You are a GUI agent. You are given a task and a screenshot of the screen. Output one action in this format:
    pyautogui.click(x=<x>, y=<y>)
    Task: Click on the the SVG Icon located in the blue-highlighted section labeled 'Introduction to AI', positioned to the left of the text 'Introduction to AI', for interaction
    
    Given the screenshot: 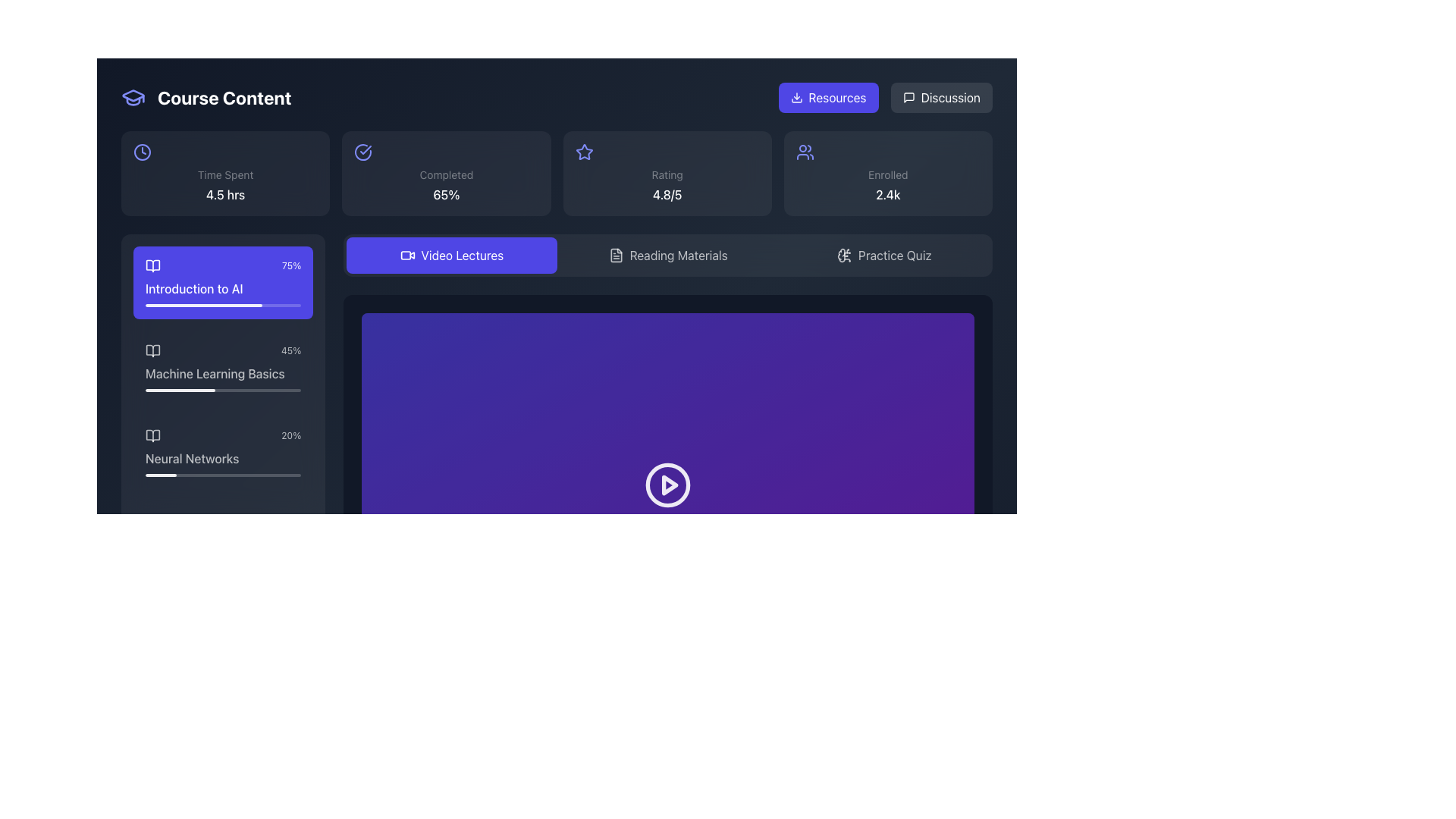 What is the action you would take?
    pyautogui.click(x=152, y=265)
    